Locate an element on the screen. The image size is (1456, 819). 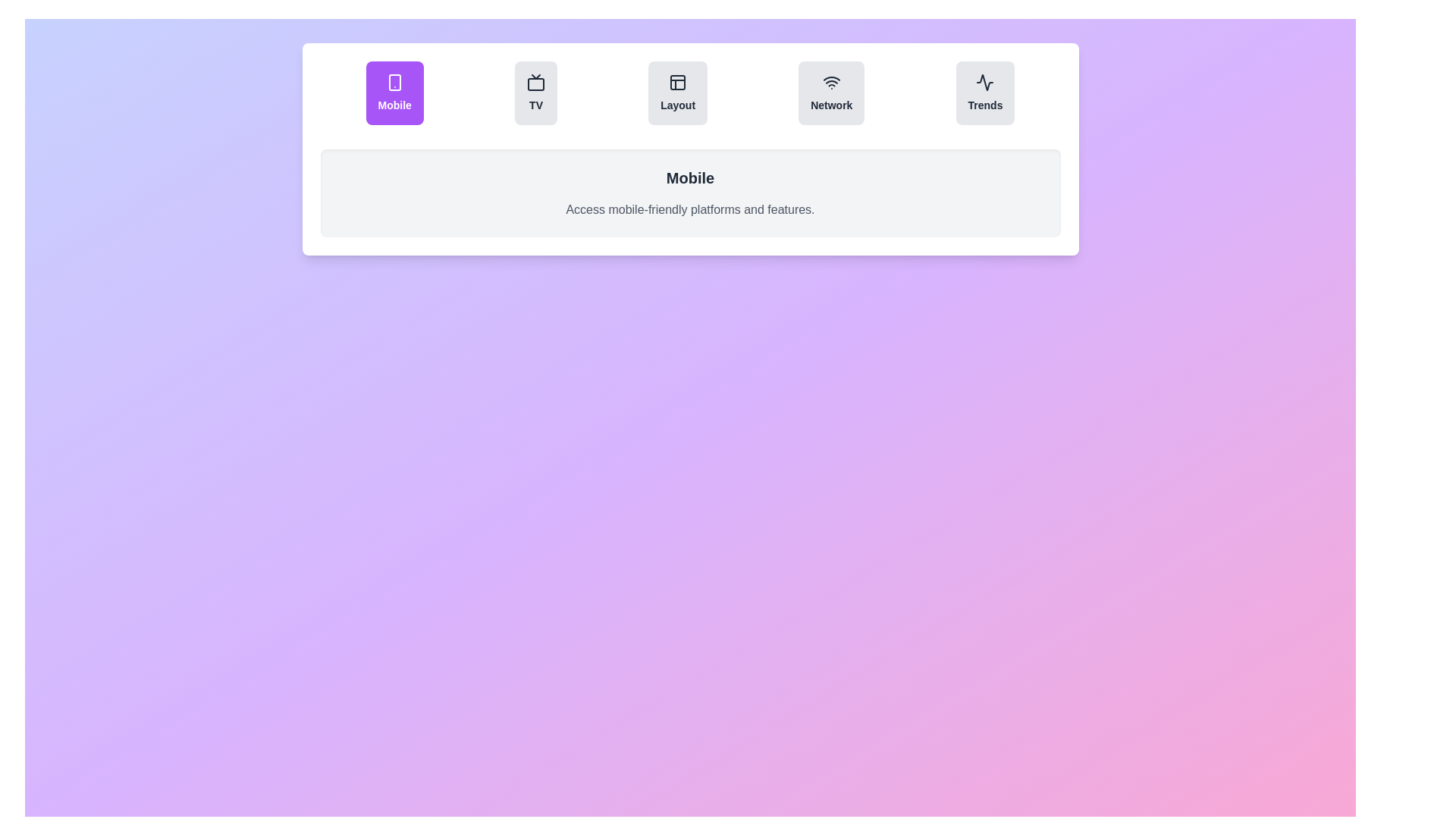
the 'Network' button which contains the network icon, located in the top navigation bar between 'Layout' and 'Trends' is located at coordinates (830, 82).